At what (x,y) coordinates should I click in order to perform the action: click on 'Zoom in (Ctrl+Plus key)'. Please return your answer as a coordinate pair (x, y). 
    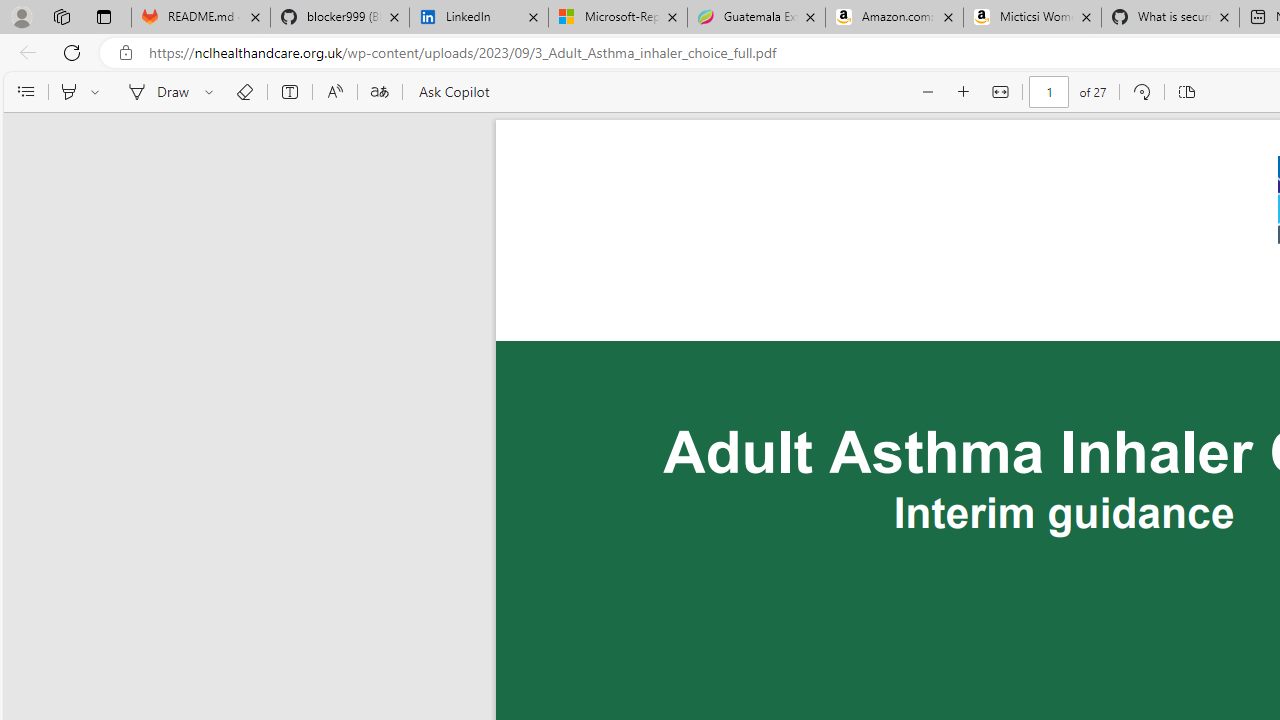
    Looking at the image, I should click on (964, 92).